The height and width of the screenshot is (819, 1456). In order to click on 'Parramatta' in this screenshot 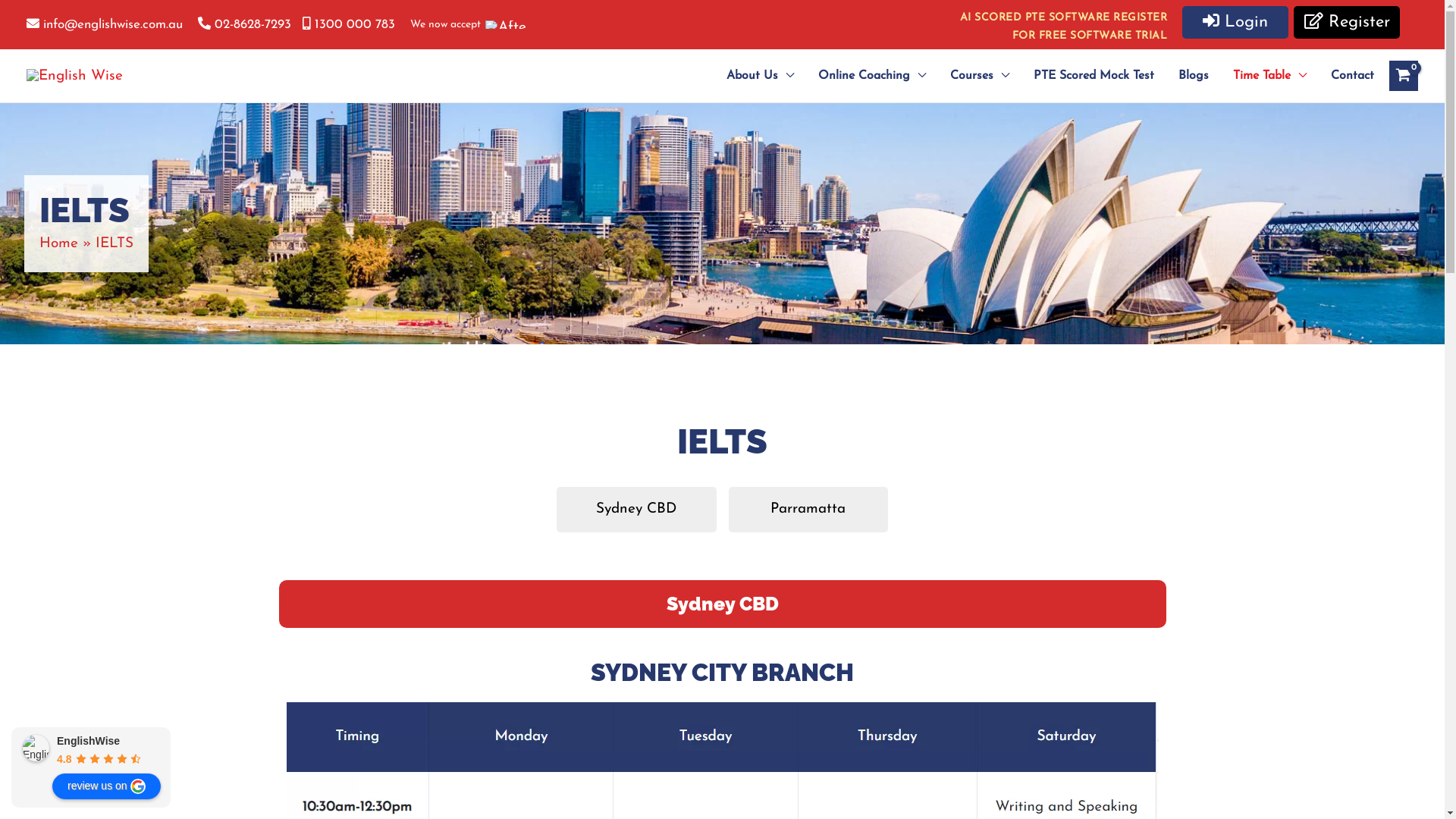, I will do `click(807, 509)`.